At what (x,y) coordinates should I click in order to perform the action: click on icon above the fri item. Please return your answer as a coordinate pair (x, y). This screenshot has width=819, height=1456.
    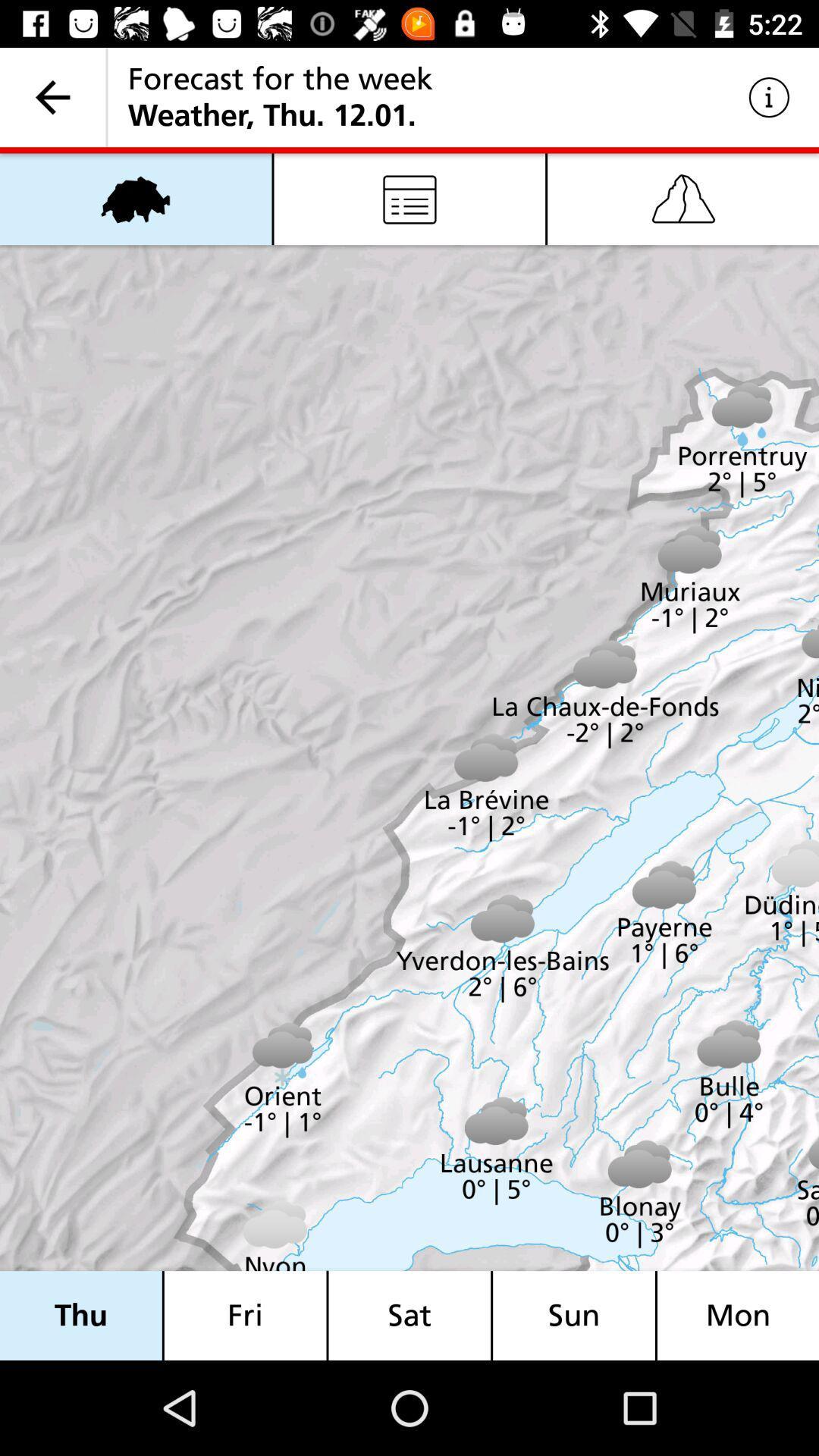
    Looking at the image, I should click on (409, 198).